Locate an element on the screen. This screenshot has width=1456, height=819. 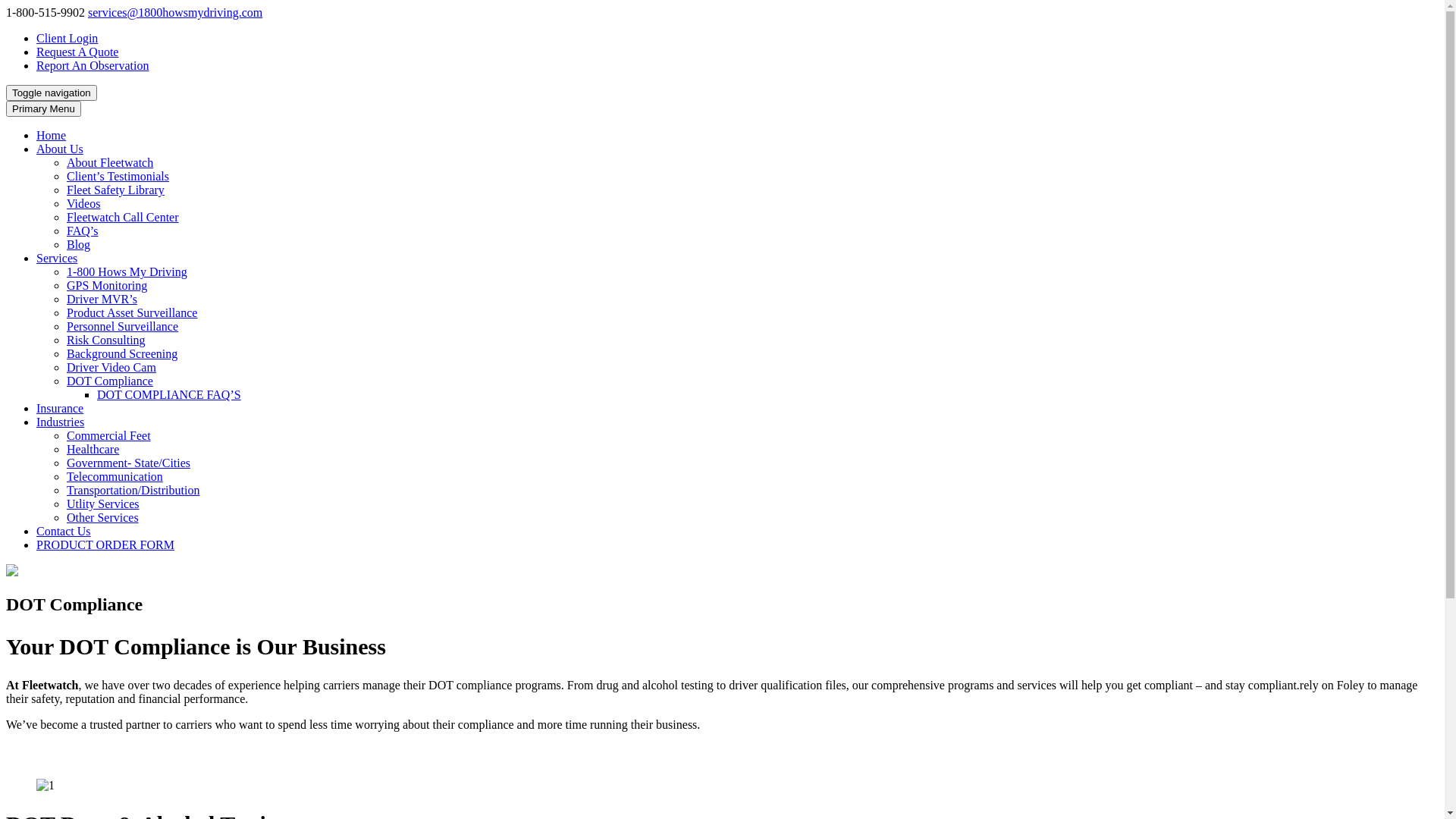
'Utlity Services' is located at coordinates (102, 504).